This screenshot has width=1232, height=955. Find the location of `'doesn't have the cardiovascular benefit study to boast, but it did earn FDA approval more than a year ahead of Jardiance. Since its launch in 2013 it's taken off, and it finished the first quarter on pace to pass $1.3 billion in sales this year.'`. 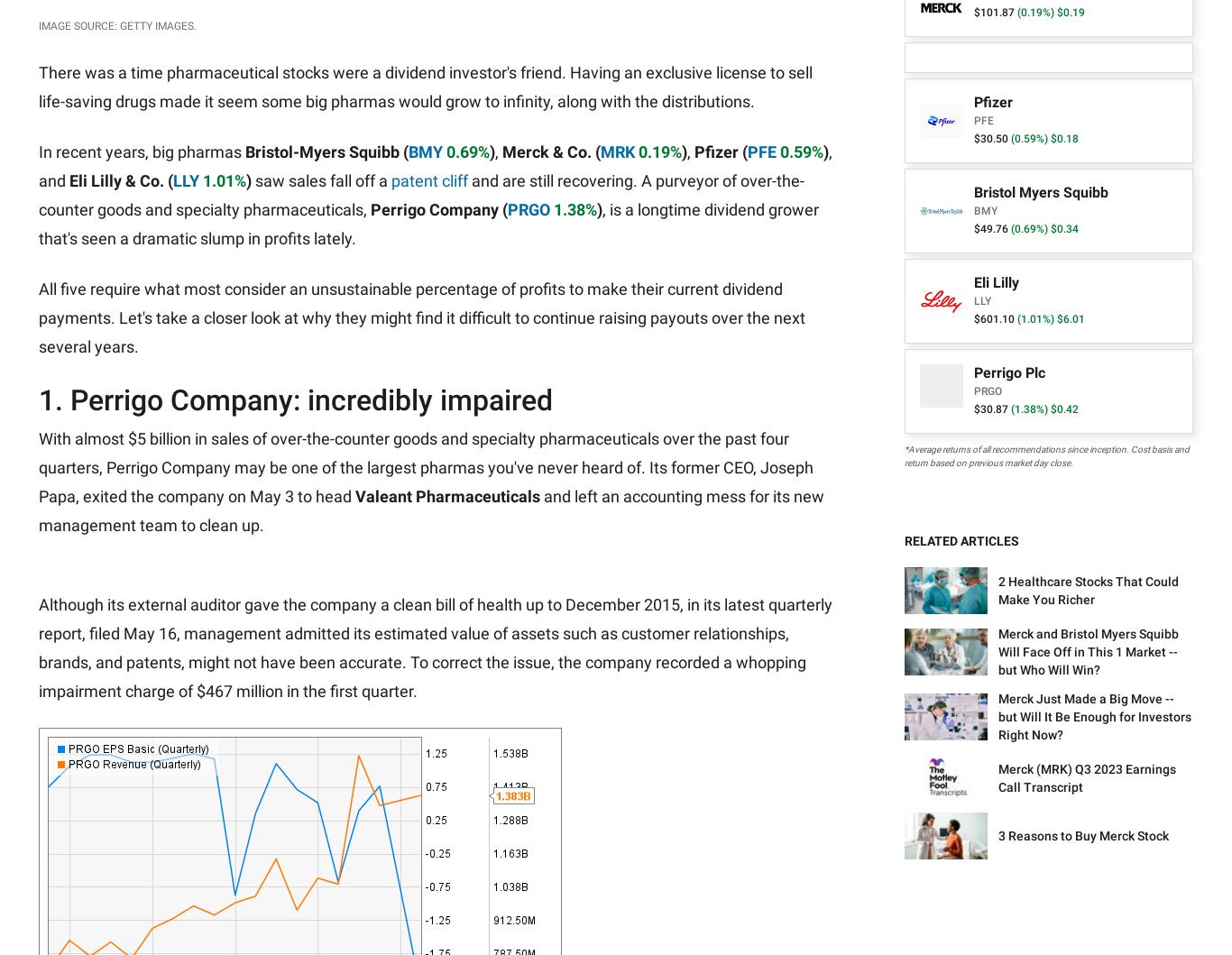

'doesn't have the cardiovascular benefit study to boast, but it did earn FDA approval more than a year ahead of Jardiance. Since its launch in 2013 it's taken off, and it finished the first quarter on pace to pass $1.3 billion in sales this year.' is located at coordinates (428, 305).